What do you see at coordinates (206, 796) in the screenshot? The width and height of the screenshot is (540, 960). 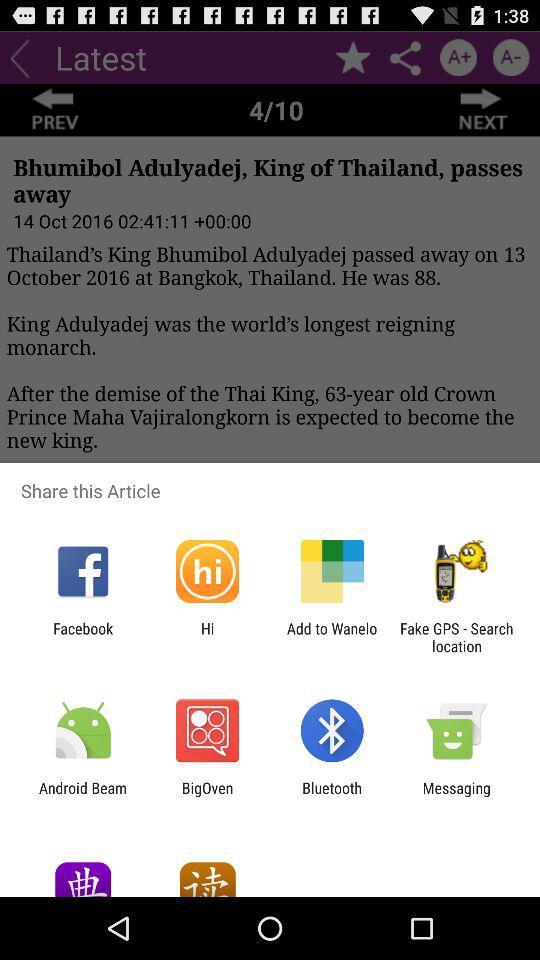 I see `item next to the bluetooth` at bounding box center [206, 796].